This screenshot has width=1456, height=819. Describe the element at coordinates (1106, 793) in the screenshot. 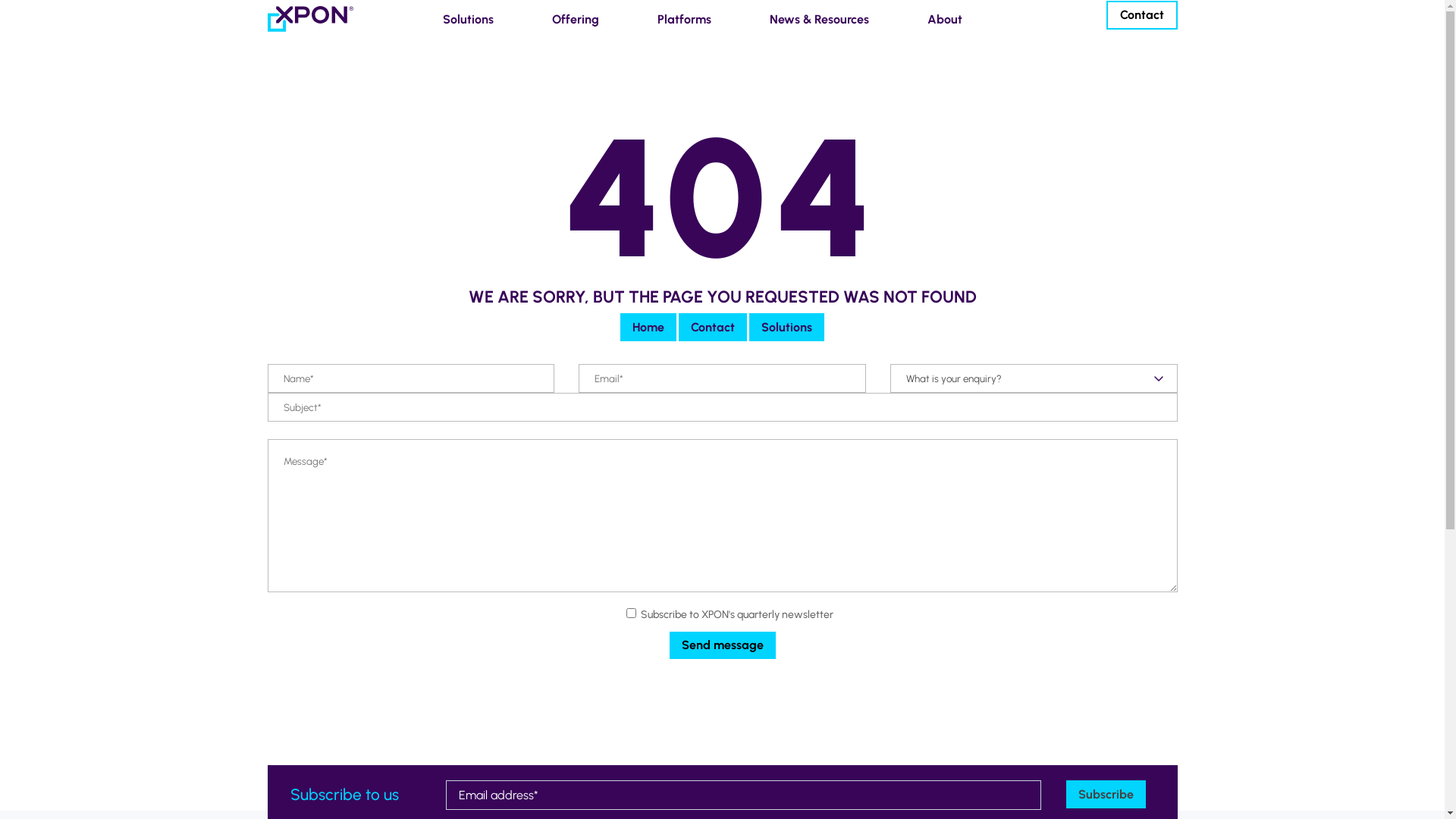

I see `'Subscribe'` at that location.